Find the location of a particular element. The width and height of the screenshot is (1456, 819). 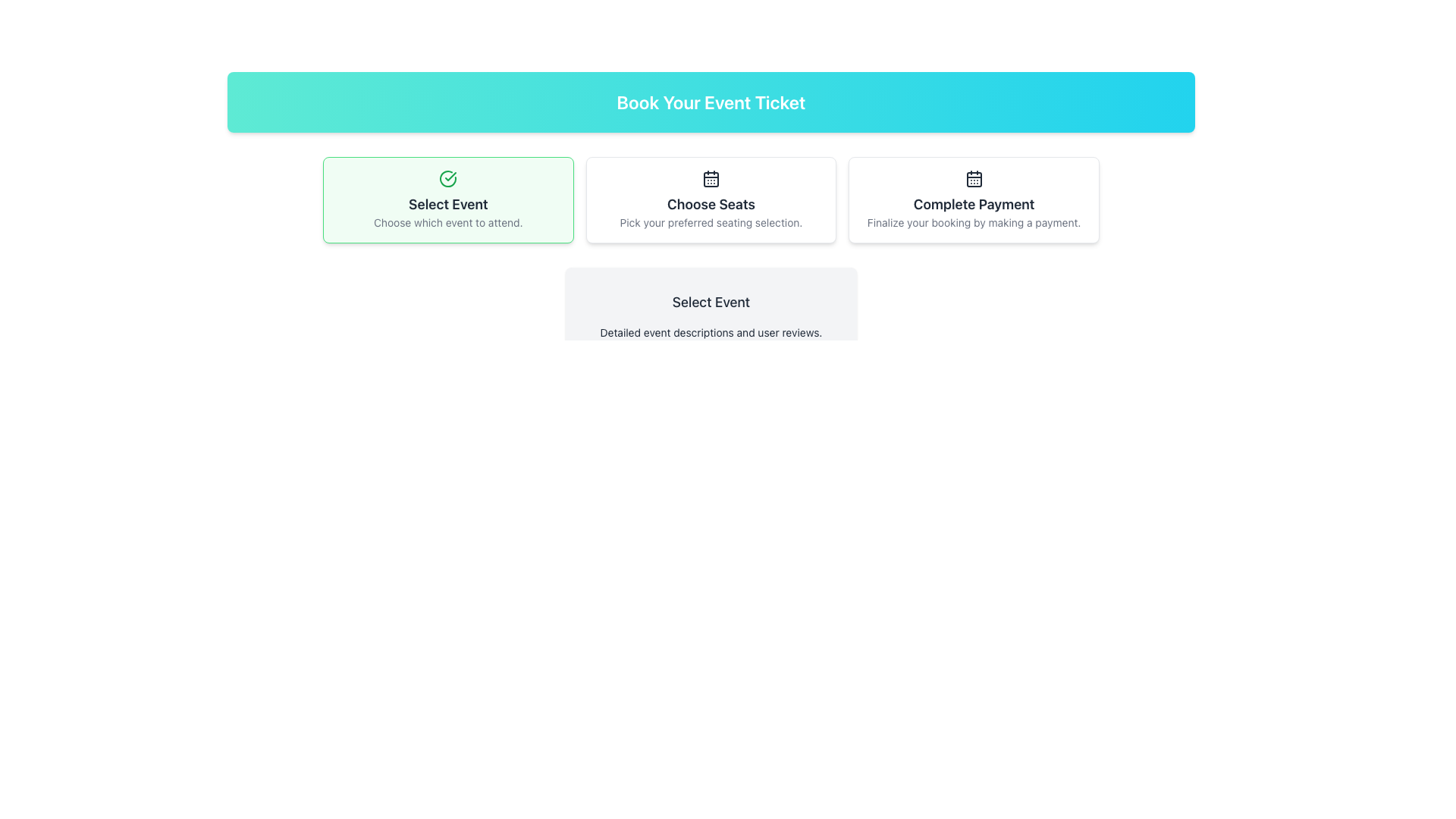

the green circular icon with a checkmark inside it, located at the top section of the card labeled 'Select Event' is located at coordinates (447, 177).